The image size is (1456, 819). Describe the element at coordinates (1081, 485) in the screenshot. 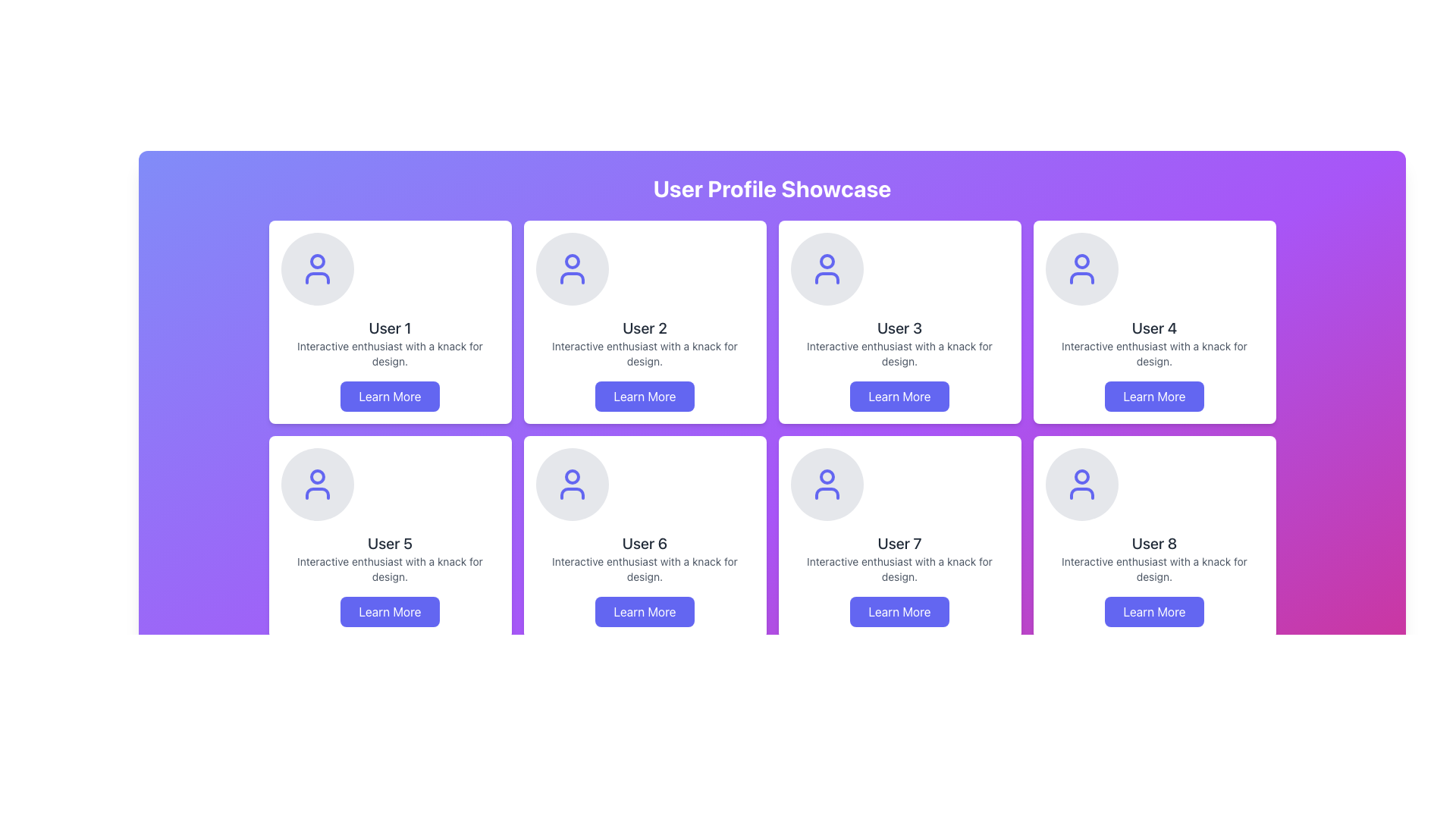

I see `the circular user silhouette icon at the top center of the card layout for 'User 8', which is styled in blue on a light gray background` at that location.